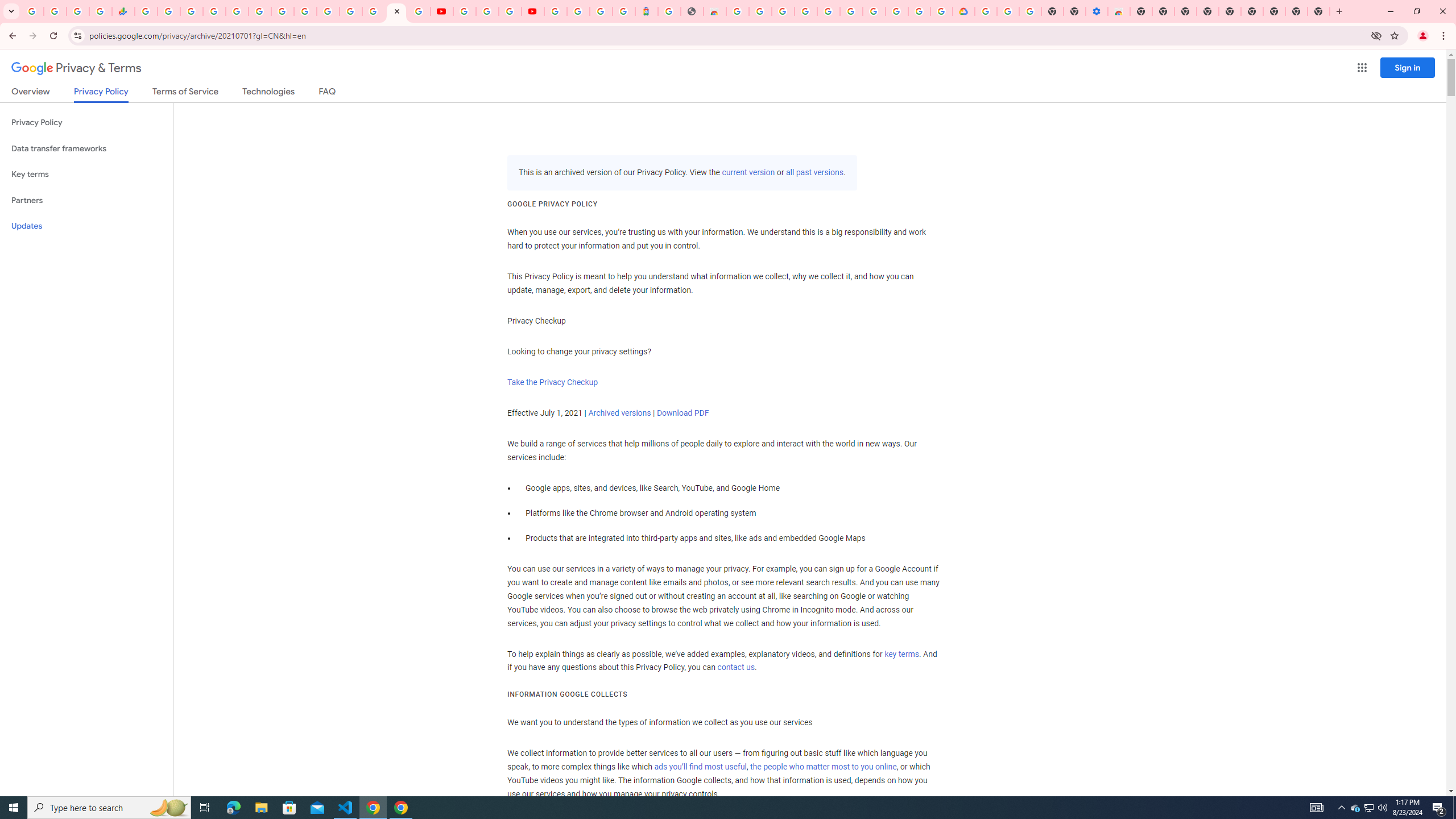 The height and width of the screenshot is (819, 1456). What do you see at coordinates (941, 11) in the screenshot?
I see `'Browse the Google Chrome Community - Google Chrome Community'` at bounding box center [941, 11].